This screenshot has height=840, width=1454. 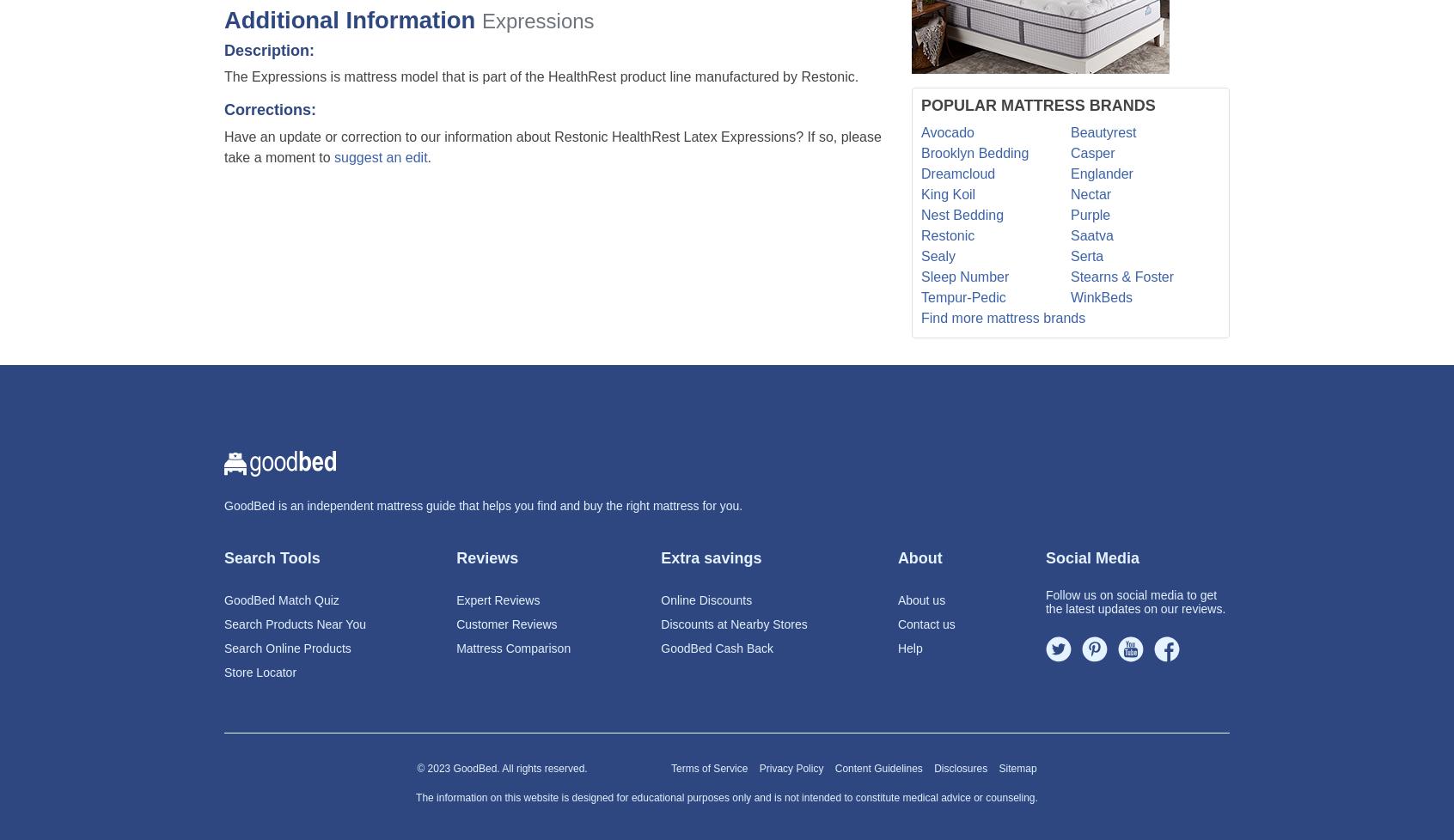 I want to click on 'Social Media', so click(x=1091, y=557).